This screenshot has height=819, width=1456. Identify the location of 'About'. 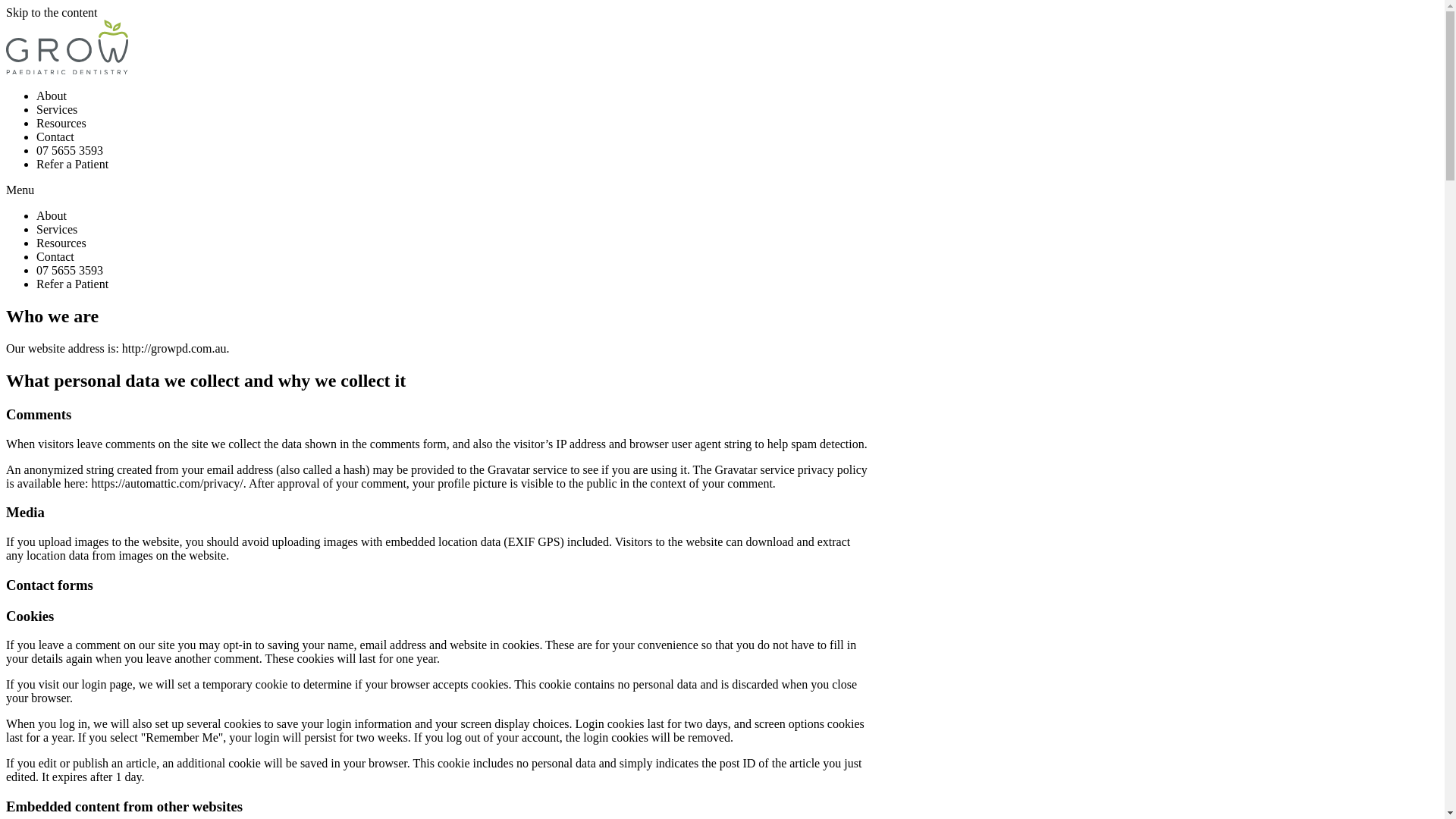
(51, 96).